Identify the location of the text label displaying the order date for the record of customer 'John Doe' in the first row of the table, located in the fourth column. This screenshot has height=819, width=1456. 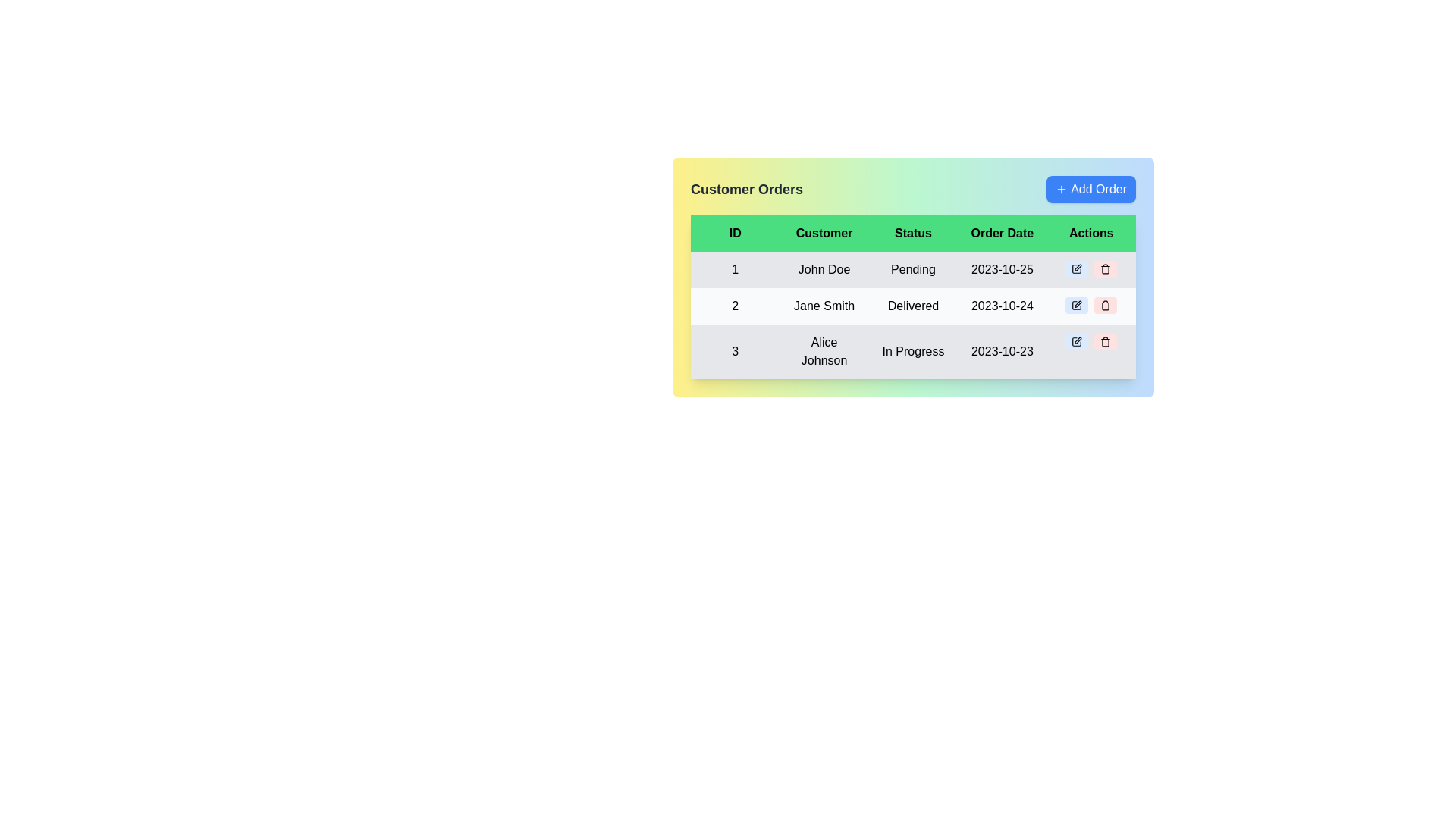
(1002, 268).